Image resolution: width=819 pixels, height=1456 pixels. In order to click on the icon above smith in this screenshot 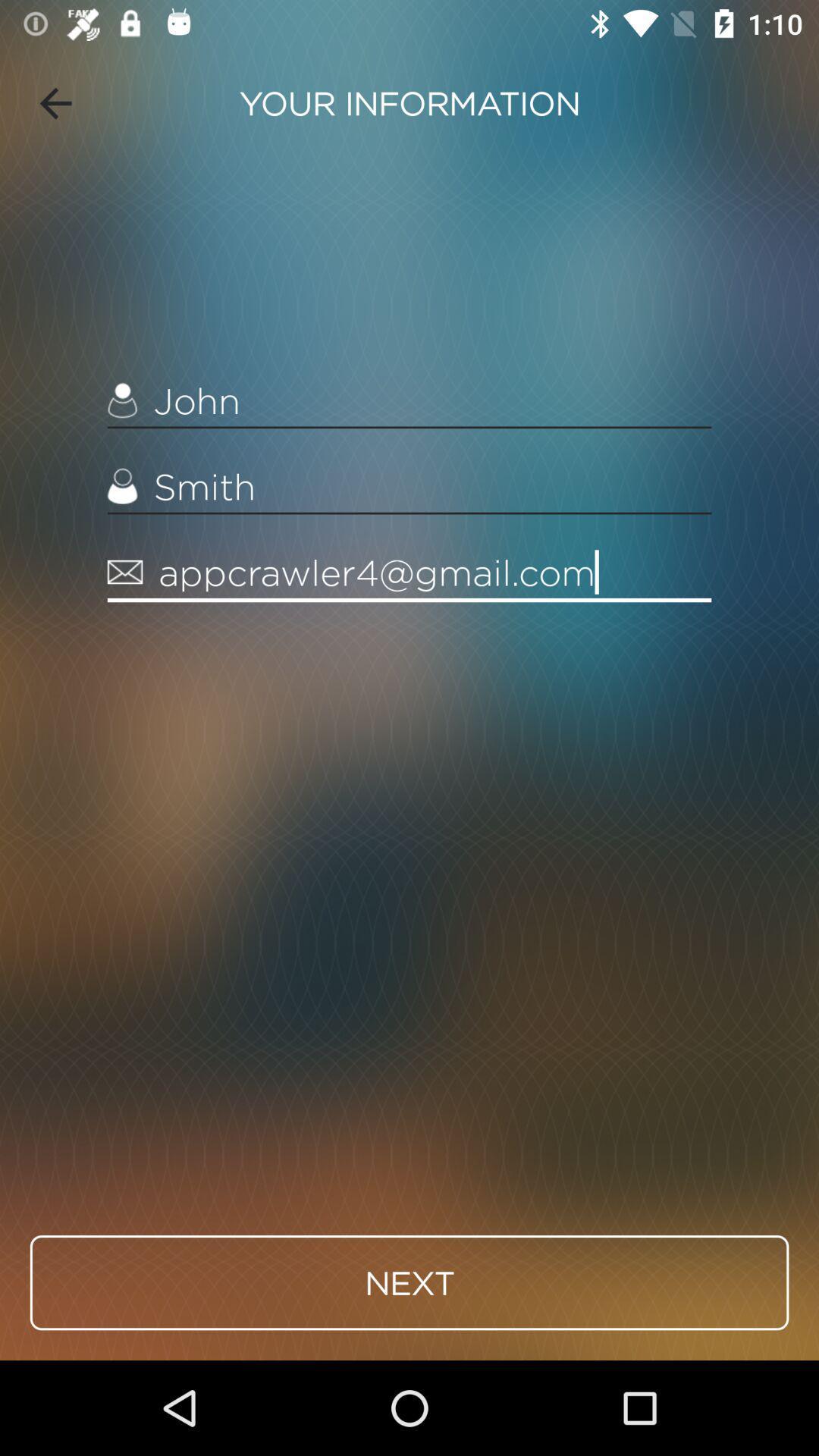, I will do `click(409, 401)`.